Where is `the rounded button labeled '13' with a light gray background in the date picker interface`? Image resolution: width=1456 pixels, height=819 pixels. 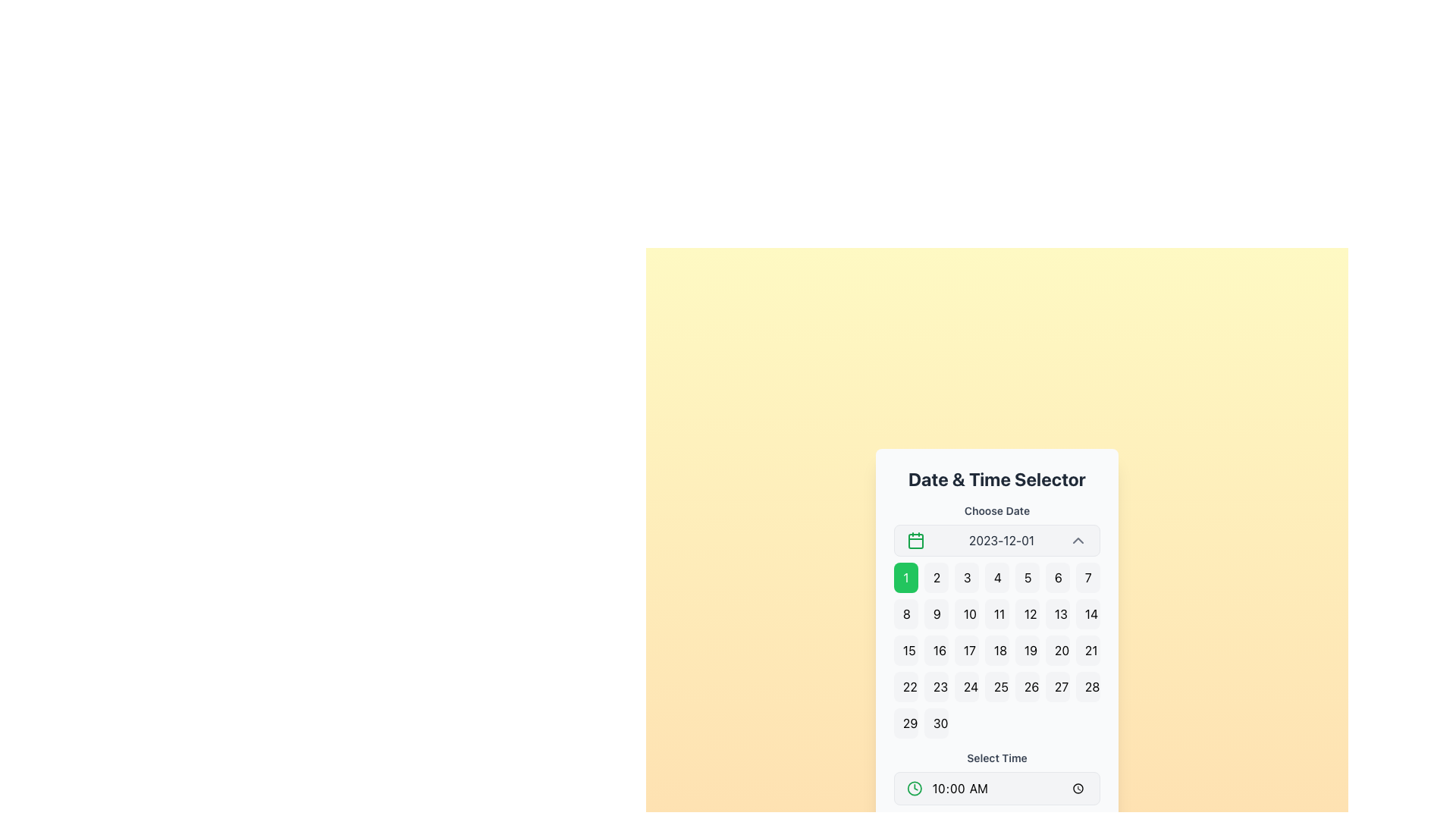 the rounded button labeled '13' with a light gray background in the date picker interface is located at coordinates (1057, 614).